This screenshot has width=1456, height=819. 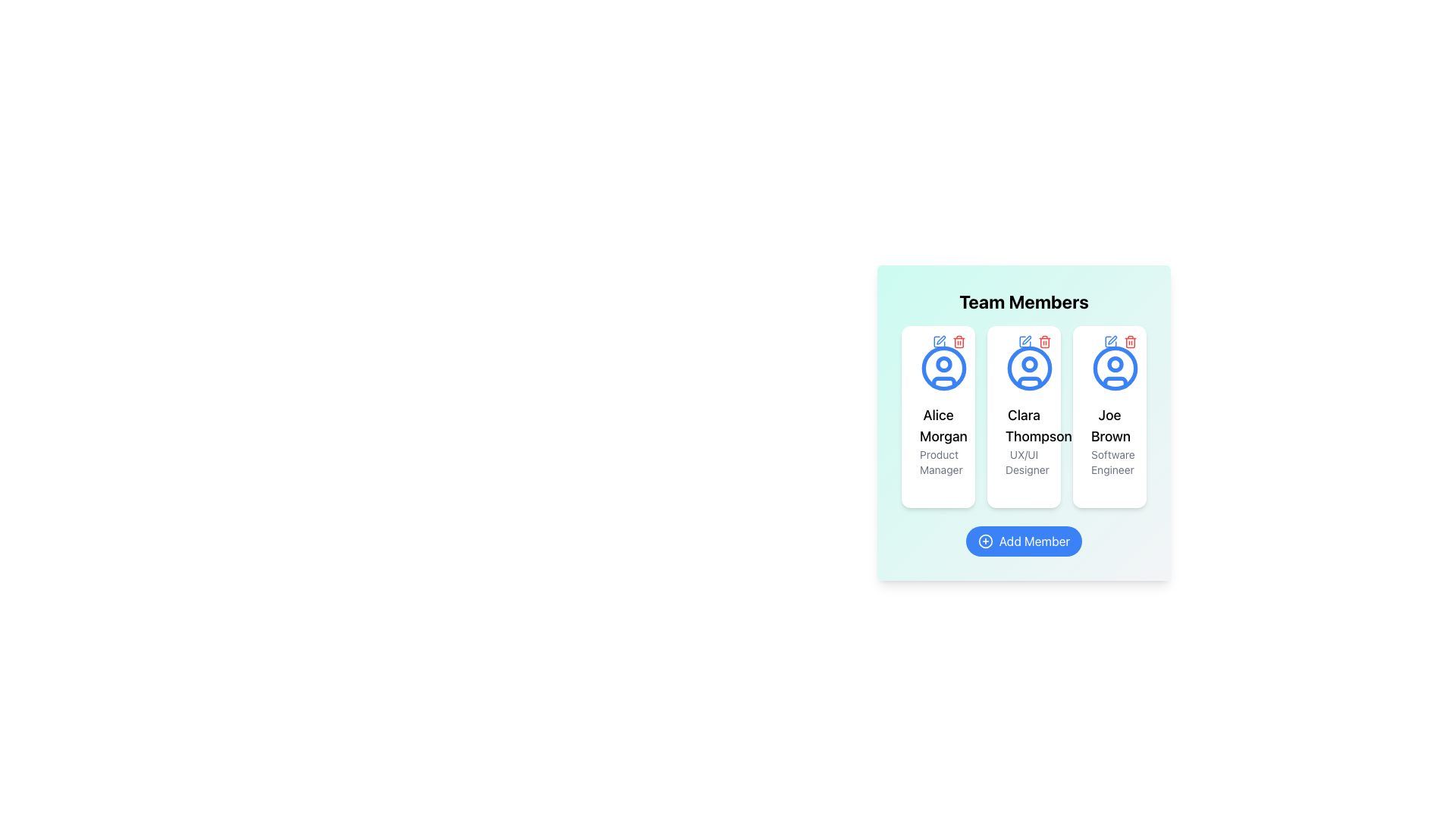 What do you see at coordinates (1023, 540) in the screenshot?
I see `the interactive button located at the bottom center of the 'Team Members' panel` at bounding box center [1023, 540].